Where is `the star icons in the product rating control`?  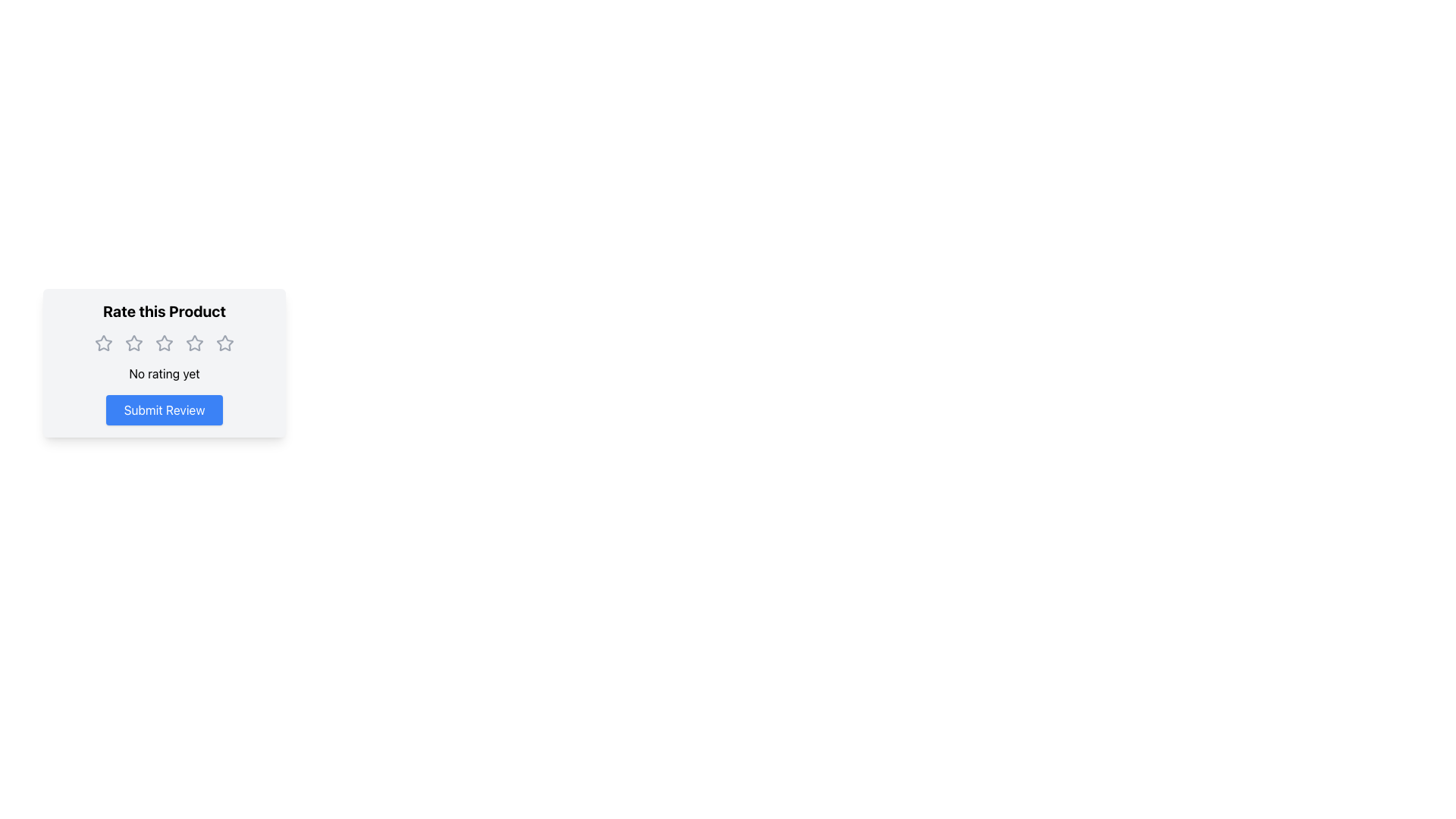 the star icons in the product rating control is located at coordinates (164, 362).